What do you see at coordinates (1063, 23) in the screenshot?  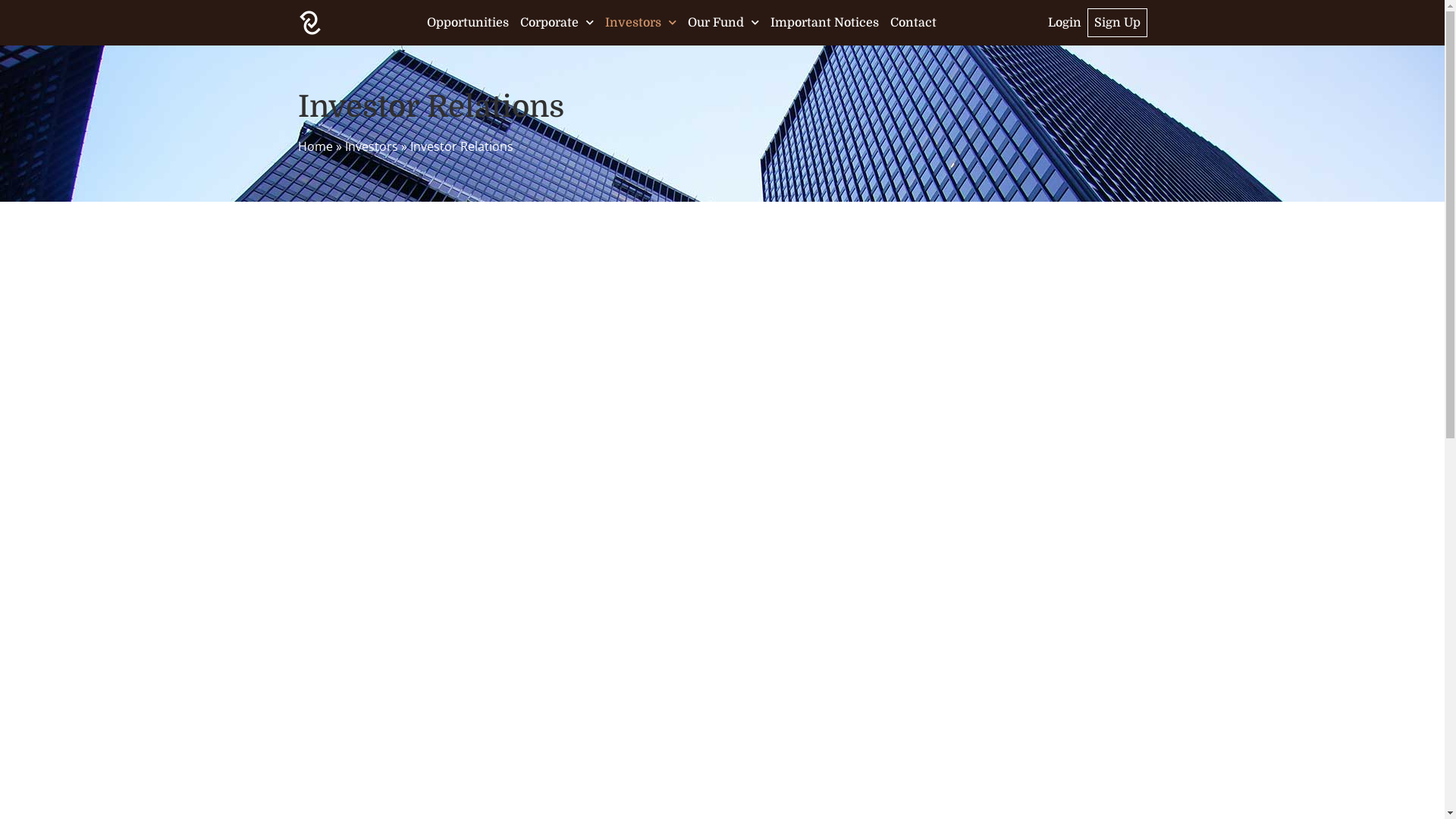 I see `'Login'` at bounding box center [1063, 23].